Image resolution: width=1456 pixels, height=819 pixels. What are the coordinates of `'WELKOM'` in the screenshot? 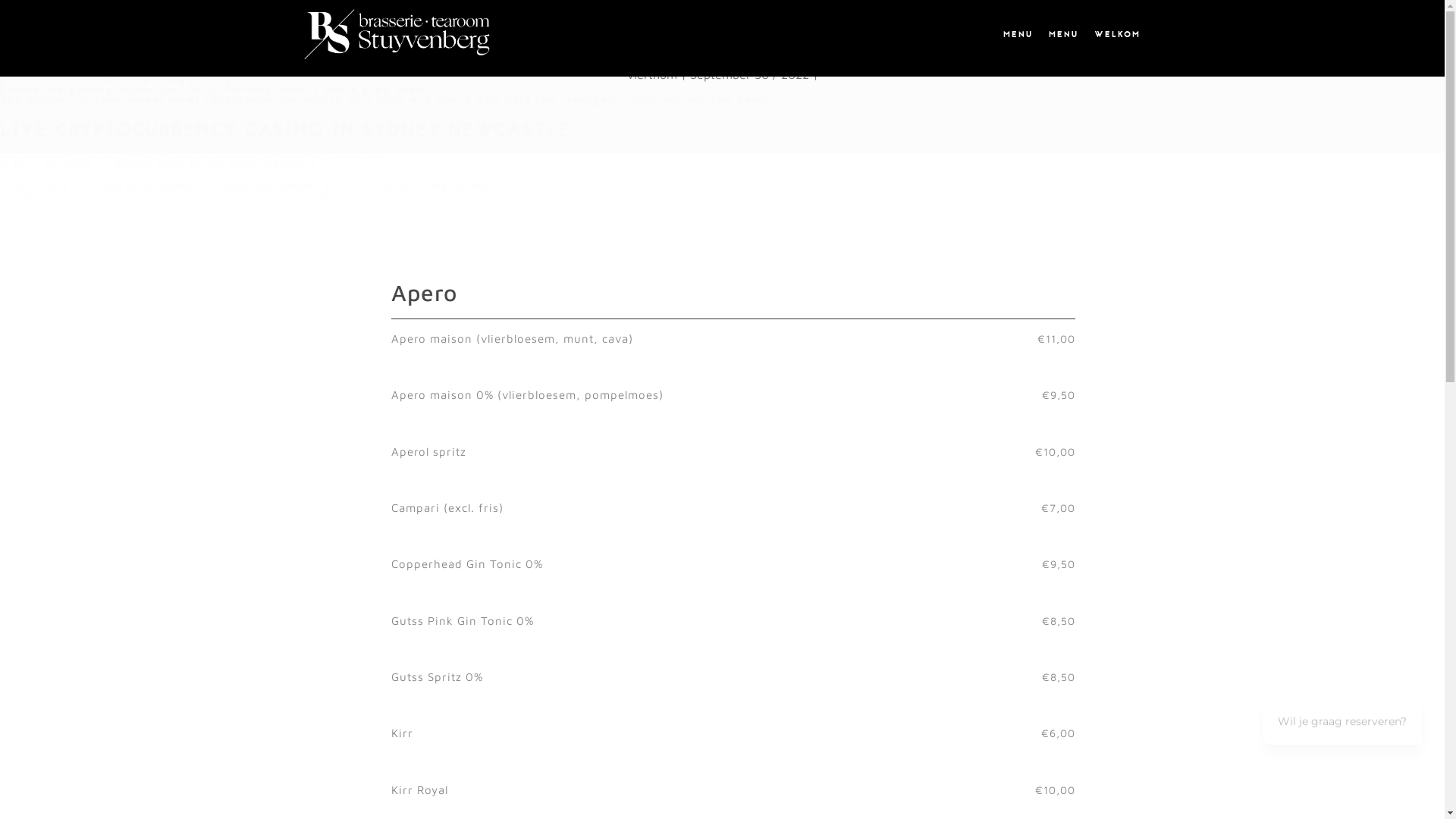 It's located at (1087, 34).